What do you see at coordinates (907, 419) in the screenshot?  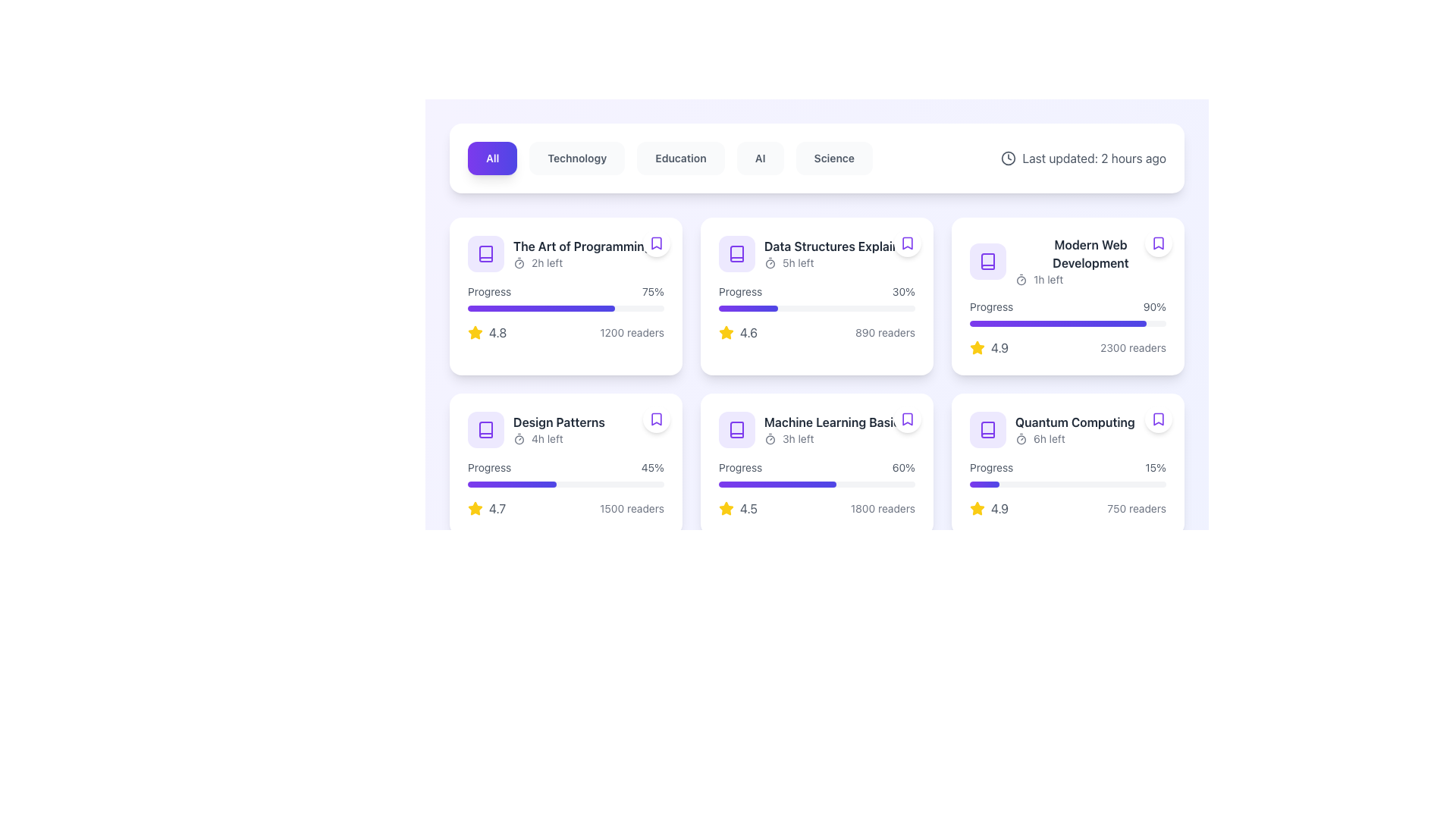 I see `the bookmark icon located at the top-right corner of the 'Machine Learning Basics' card to bookmark the item for future reference` at bounding box center [907, 419].